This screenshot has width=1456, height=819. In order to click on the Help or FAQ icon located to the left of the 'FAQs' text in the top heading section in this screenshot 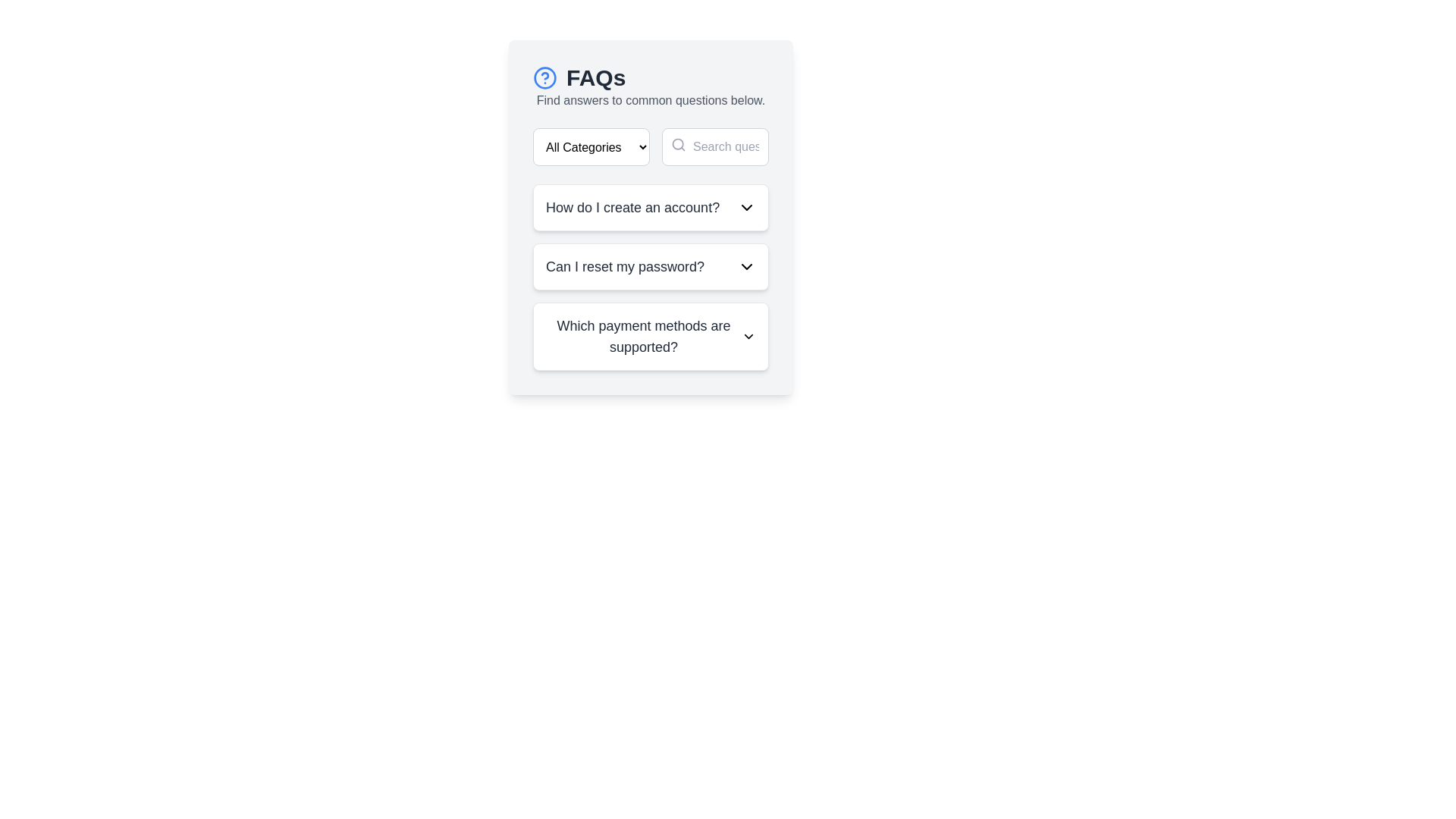, I will do `click(545, 78)`.